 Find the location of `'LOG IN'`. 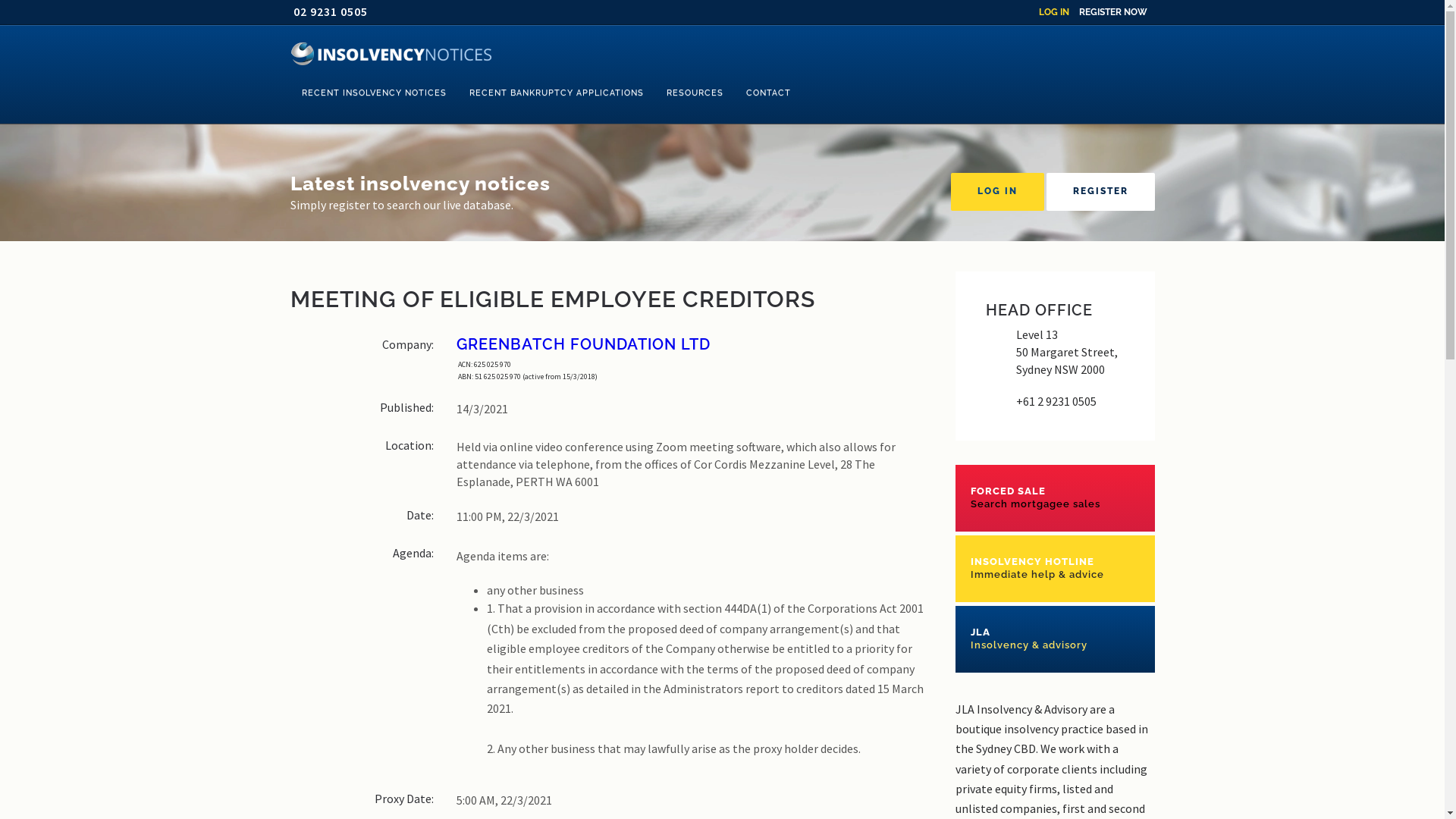

'LOG IN' is located at coordinates (1053, 11).